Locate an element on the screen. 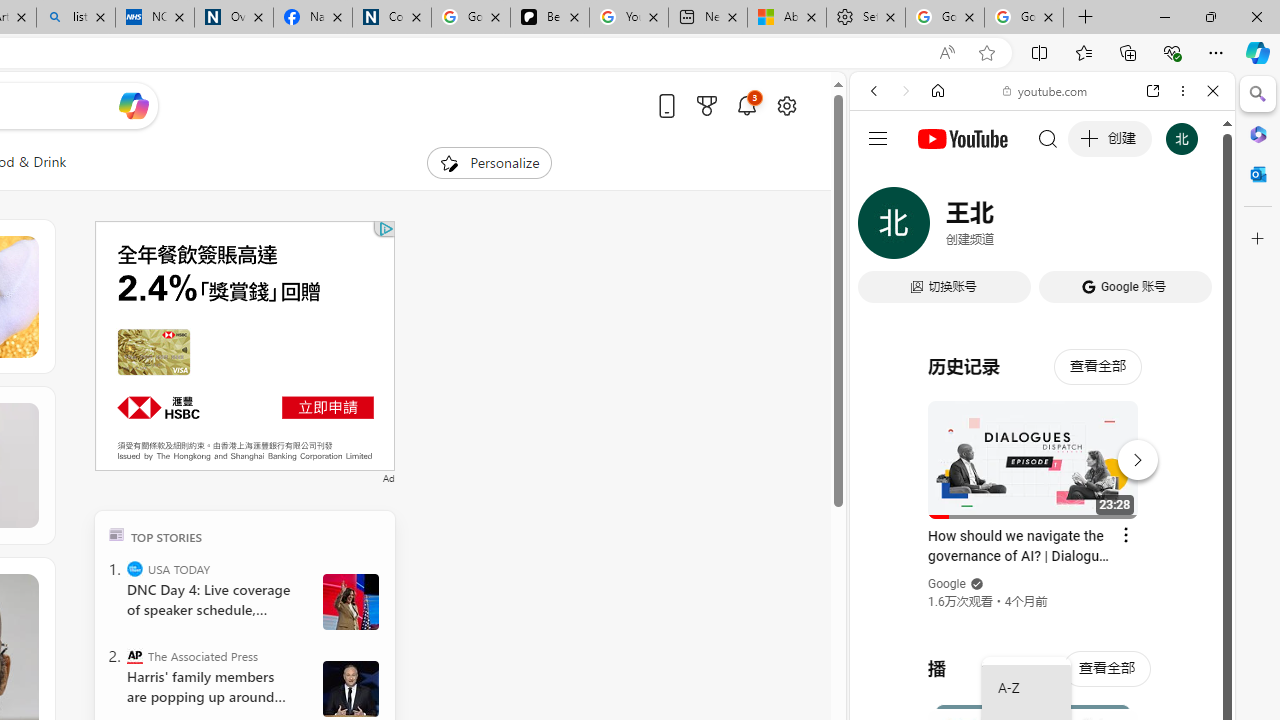 The height and width of the screenshot is (720, 1280). 'Class: b_serphb' is located at coordinates (1190, 229).